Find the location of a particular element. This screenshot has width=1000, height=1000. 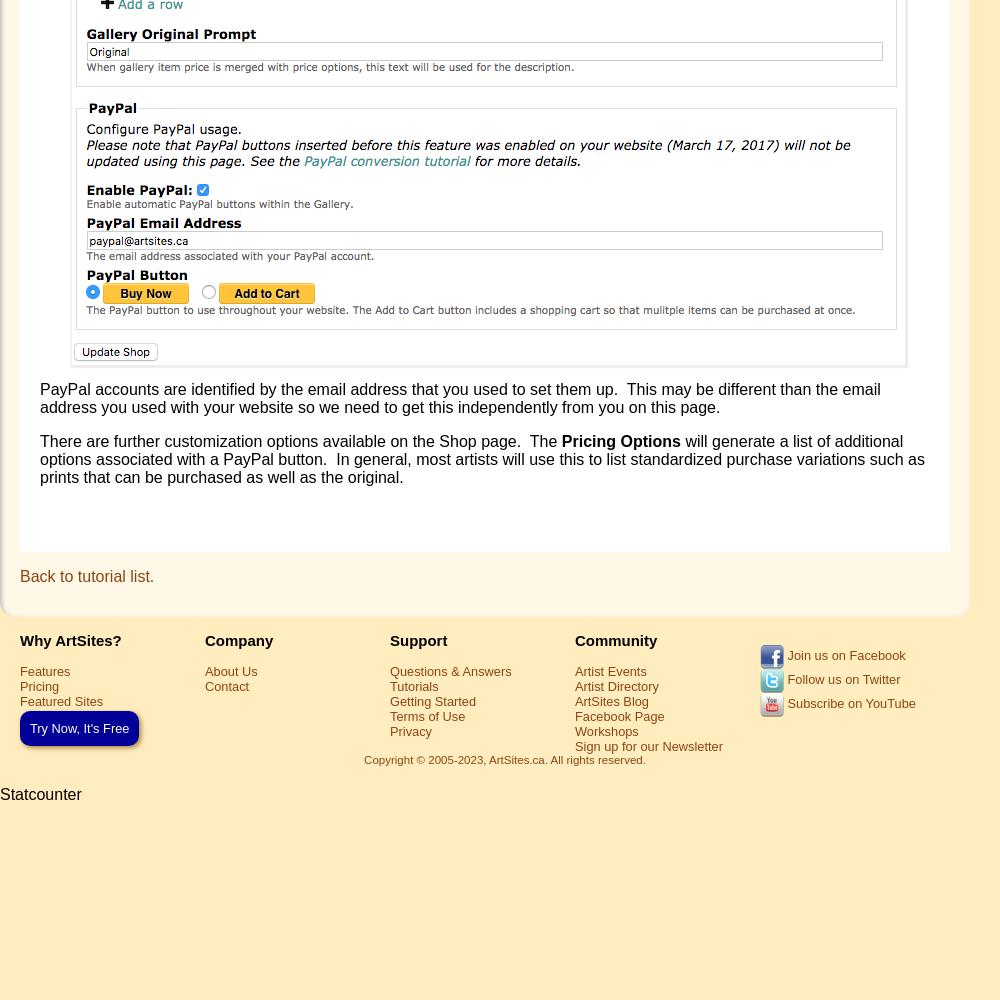

'Features' is located at coordinates (45, 670).